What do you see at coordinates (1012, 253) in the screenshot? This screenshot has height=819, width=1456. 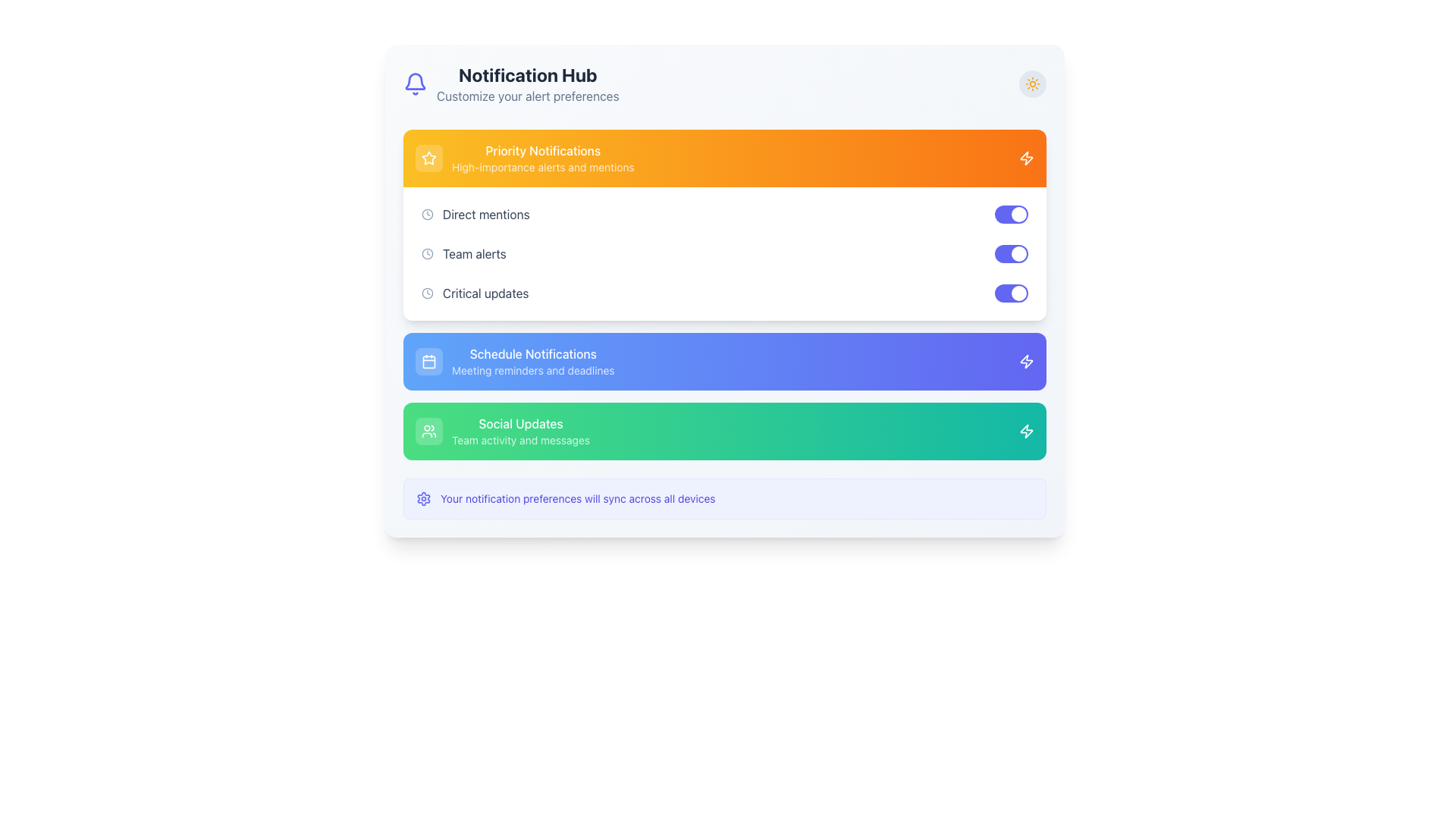 I see `the toggle switch for team alert notifications located in the rightmost section of the 'Team alerts' row` at bounding box center [1012, 253].